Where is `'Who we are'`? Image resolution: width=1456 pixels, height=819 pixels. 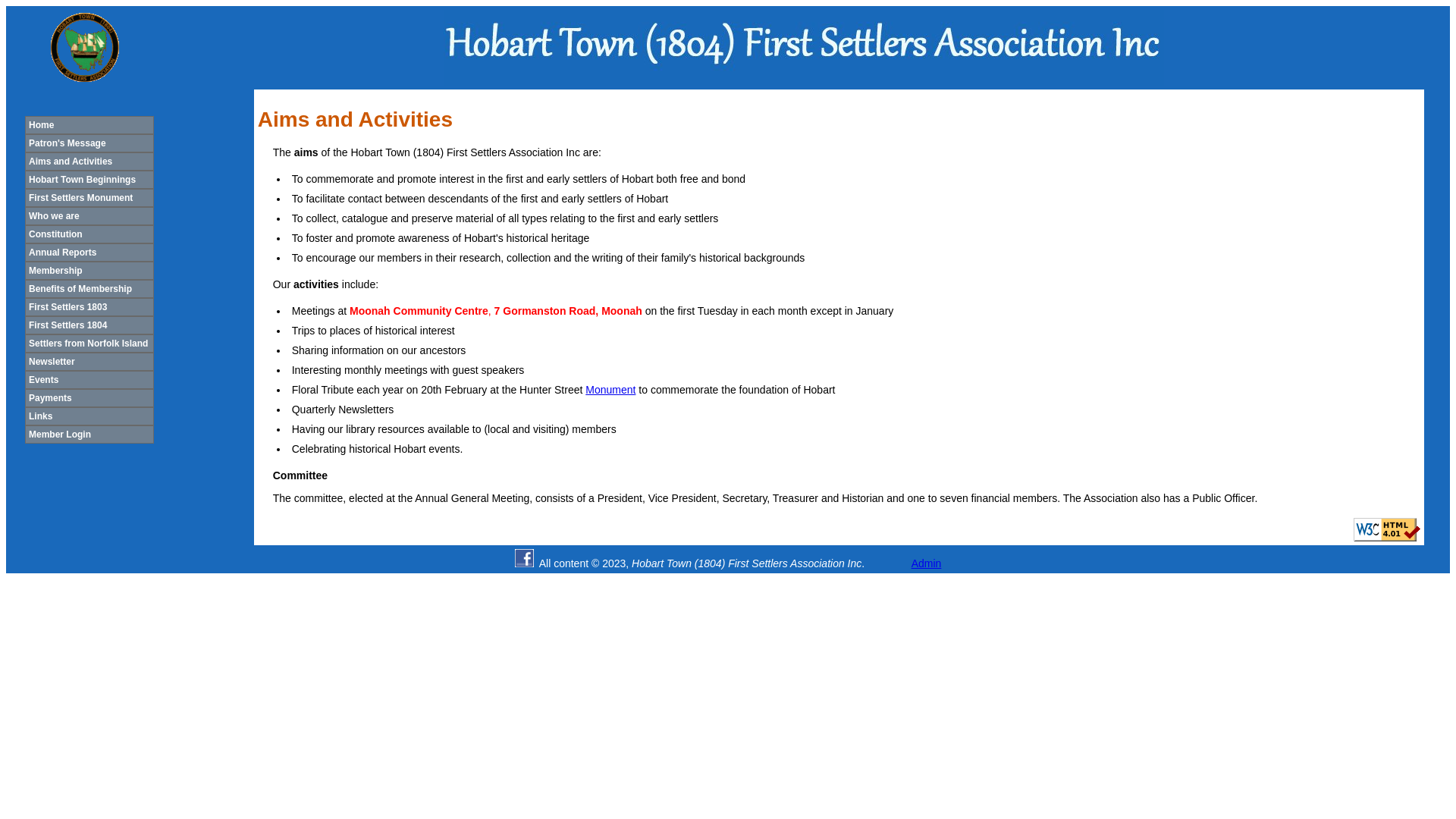
'Who we are' is located at coordinates (25, 216).